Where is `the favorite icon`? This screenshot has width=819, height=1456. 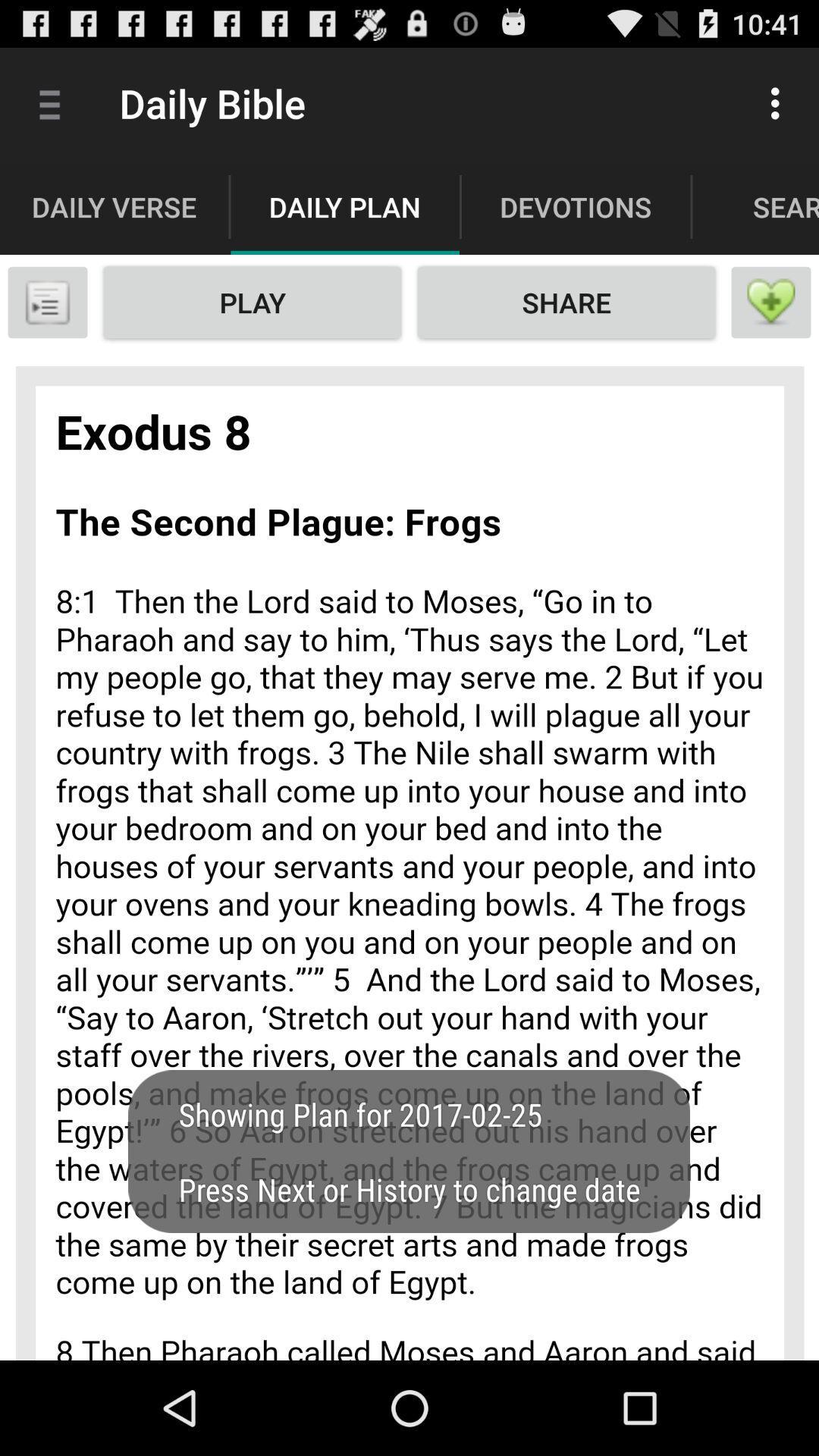
the favorite icon is located at coordinates (771, 323).